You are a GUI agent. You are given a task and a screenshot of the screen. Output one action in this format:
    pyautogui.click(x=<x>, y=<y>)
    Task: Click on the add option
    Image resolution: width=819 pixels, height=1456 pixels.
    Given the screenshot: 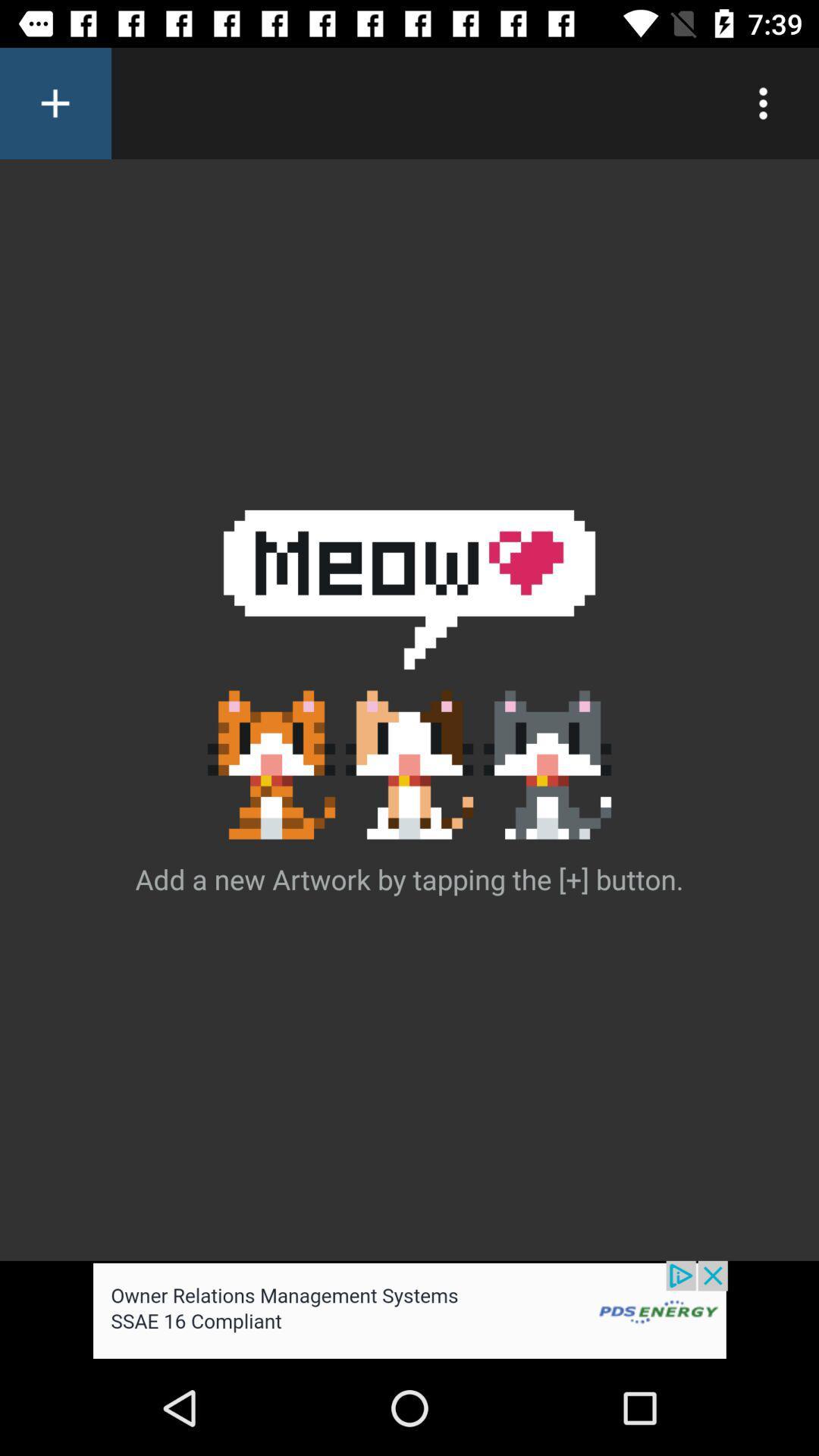 What is the action you would take?
    pyautogui.click(x=55, y=102)
    